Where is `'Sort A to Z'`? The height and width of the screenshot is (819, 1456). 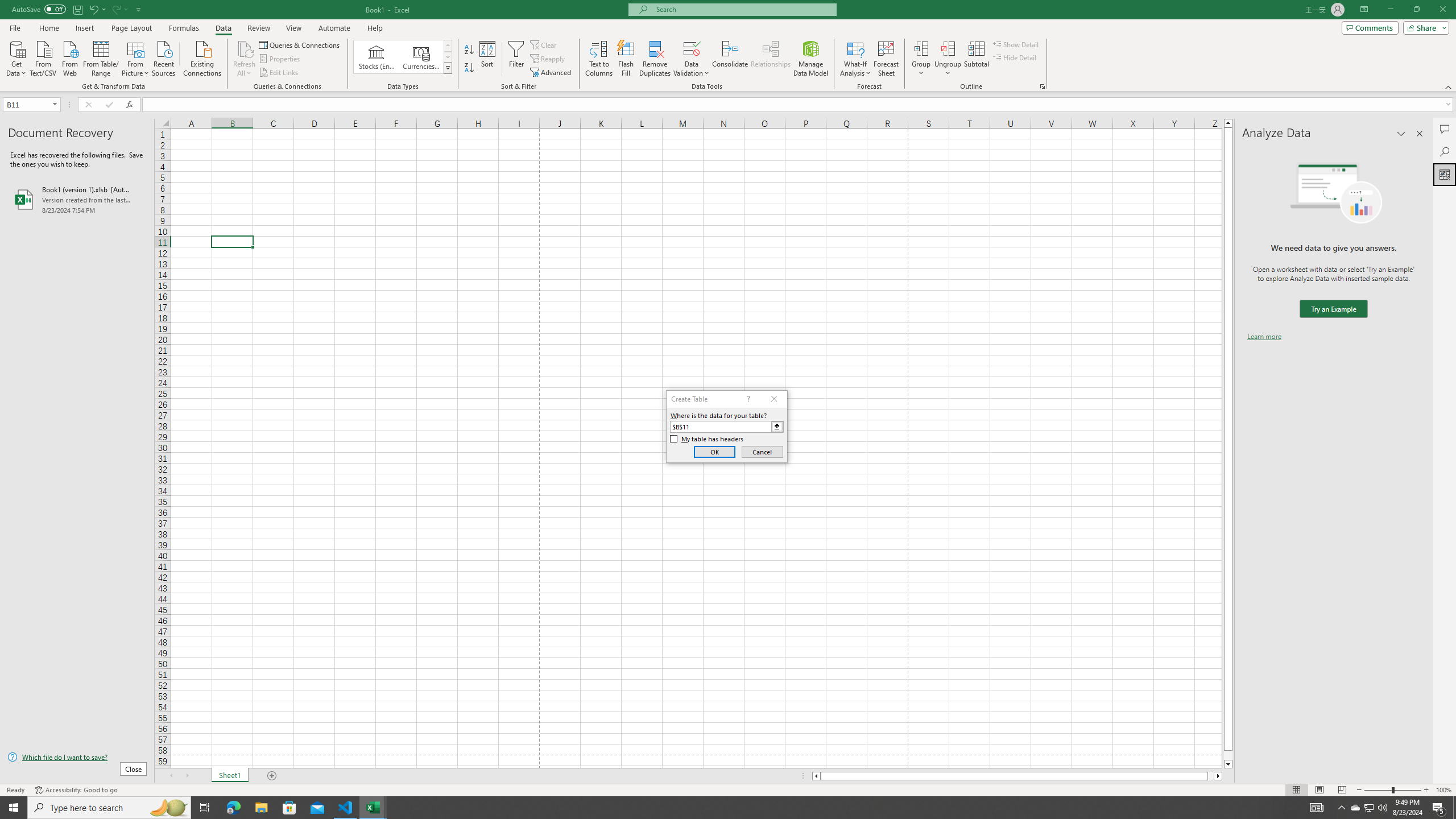 'Sort A to Z' is located at coordinates (469, 49).